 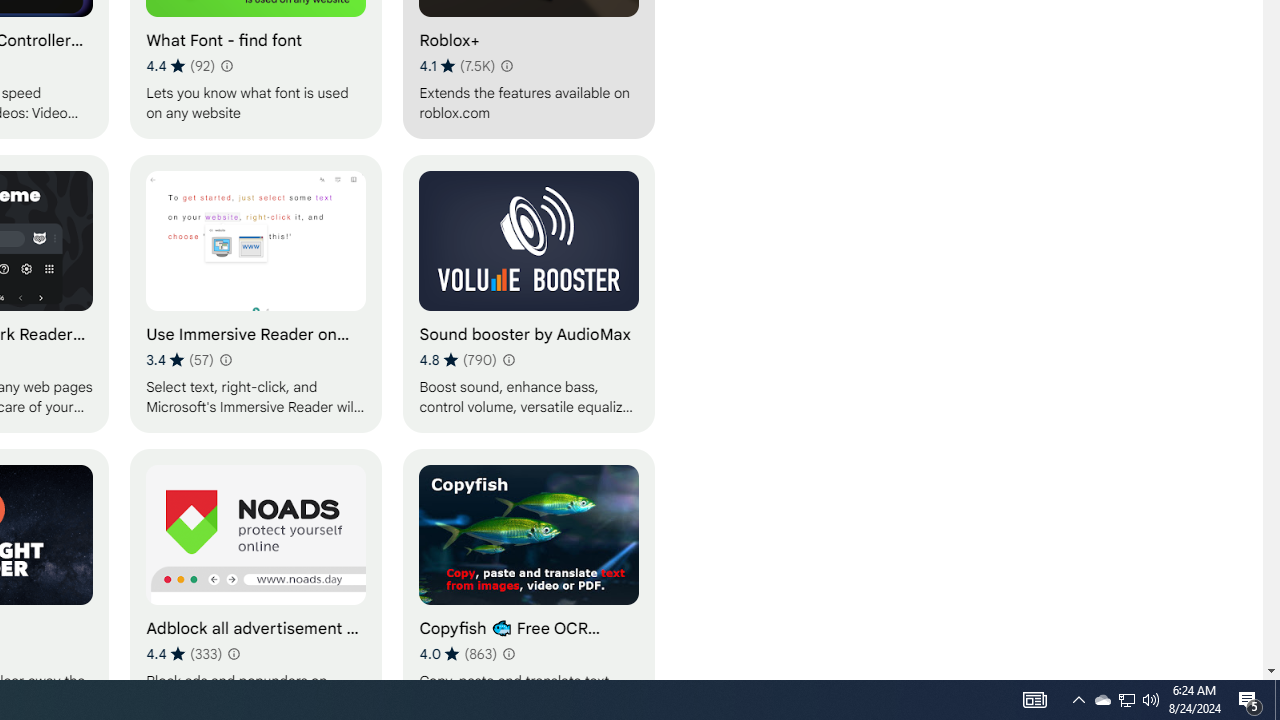 I want to click on 'Average rating 4.4 out of 5 stars. 333 ratings.', so click(x=184, y=653).